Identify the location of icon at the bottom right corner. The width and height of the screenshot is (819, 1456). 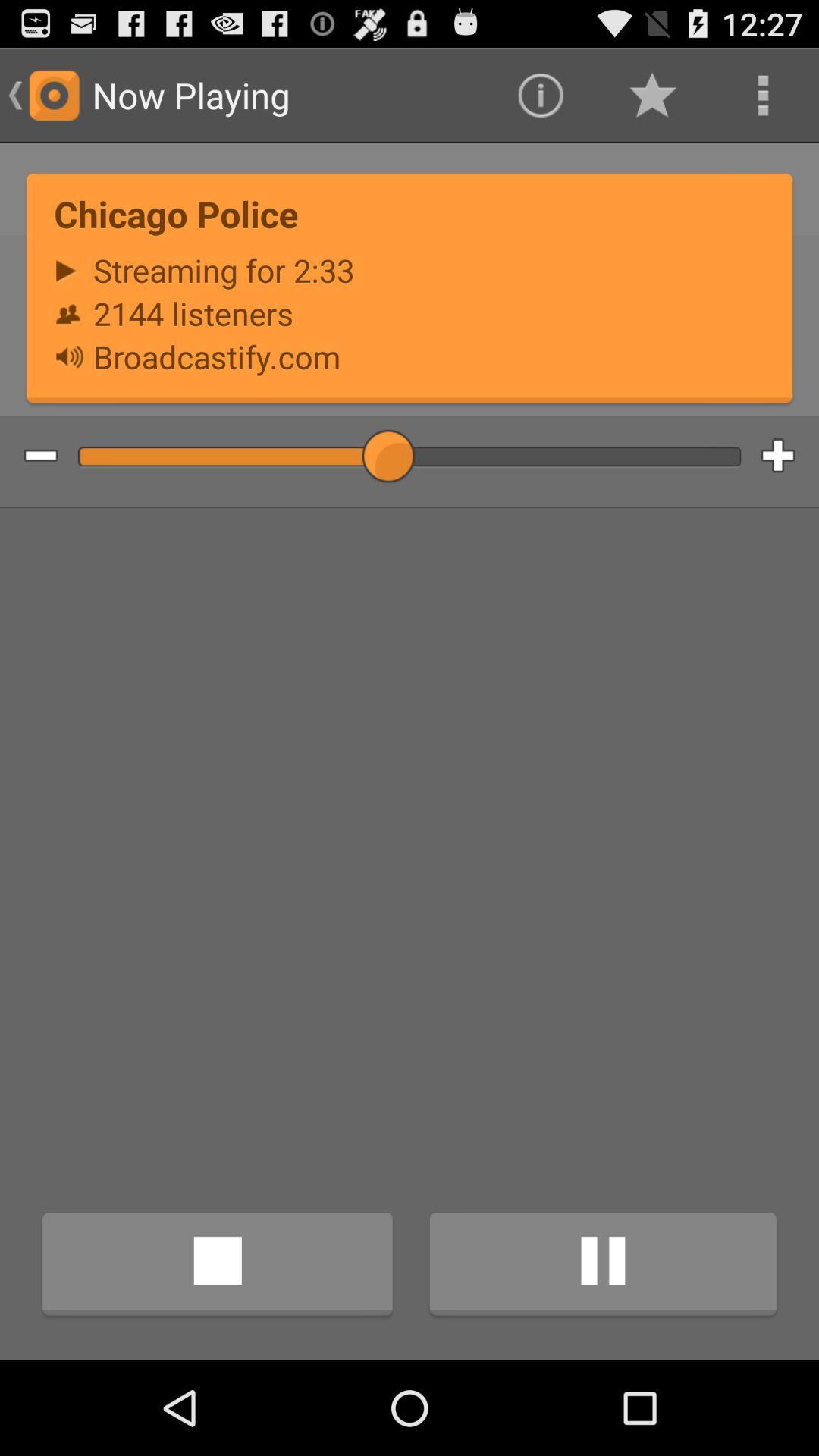
(602, 1266).